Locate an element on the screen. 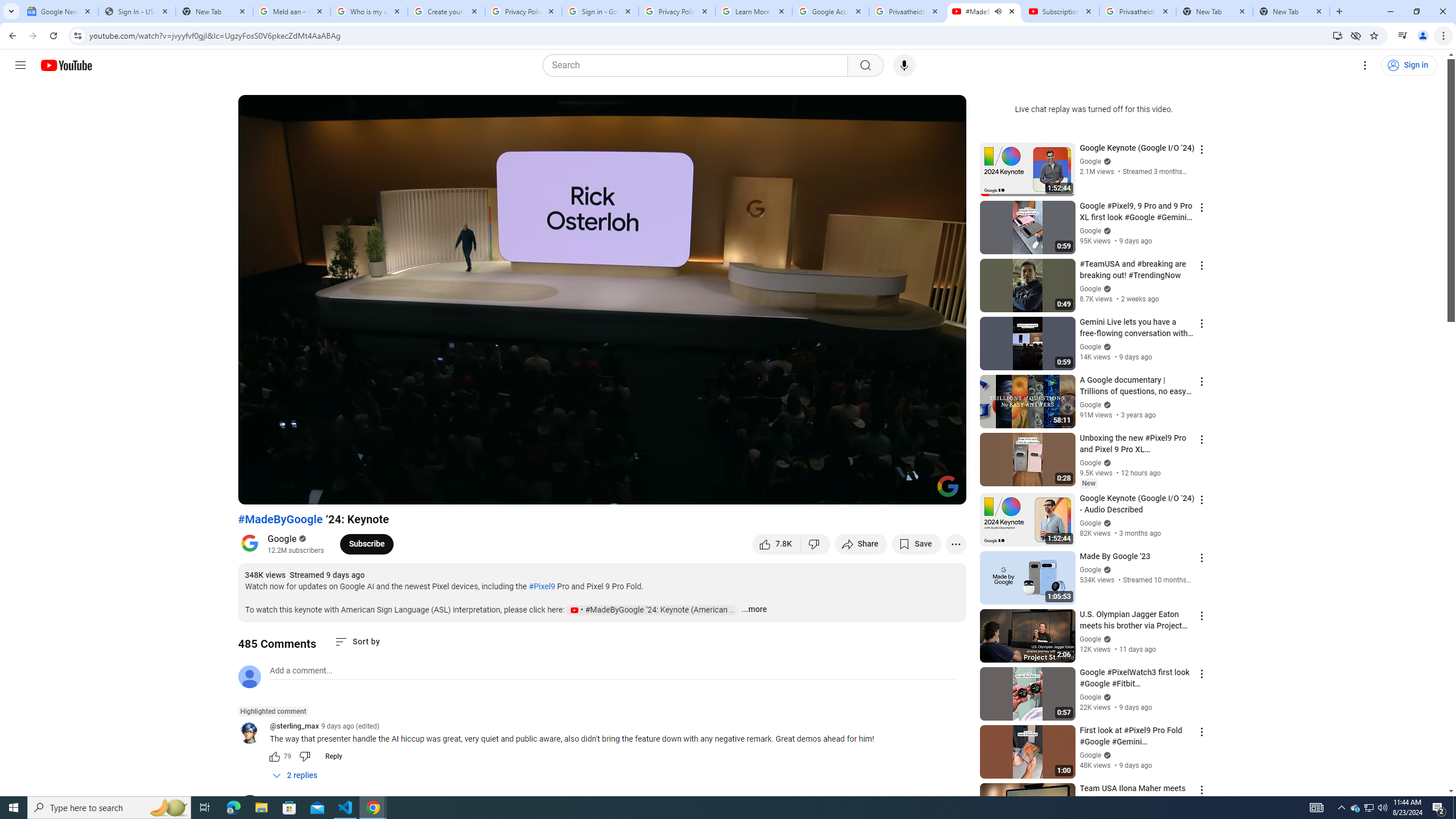 This screenshot has height=819, width=1456. 'Verified' is located at coordinates (1106, 754).